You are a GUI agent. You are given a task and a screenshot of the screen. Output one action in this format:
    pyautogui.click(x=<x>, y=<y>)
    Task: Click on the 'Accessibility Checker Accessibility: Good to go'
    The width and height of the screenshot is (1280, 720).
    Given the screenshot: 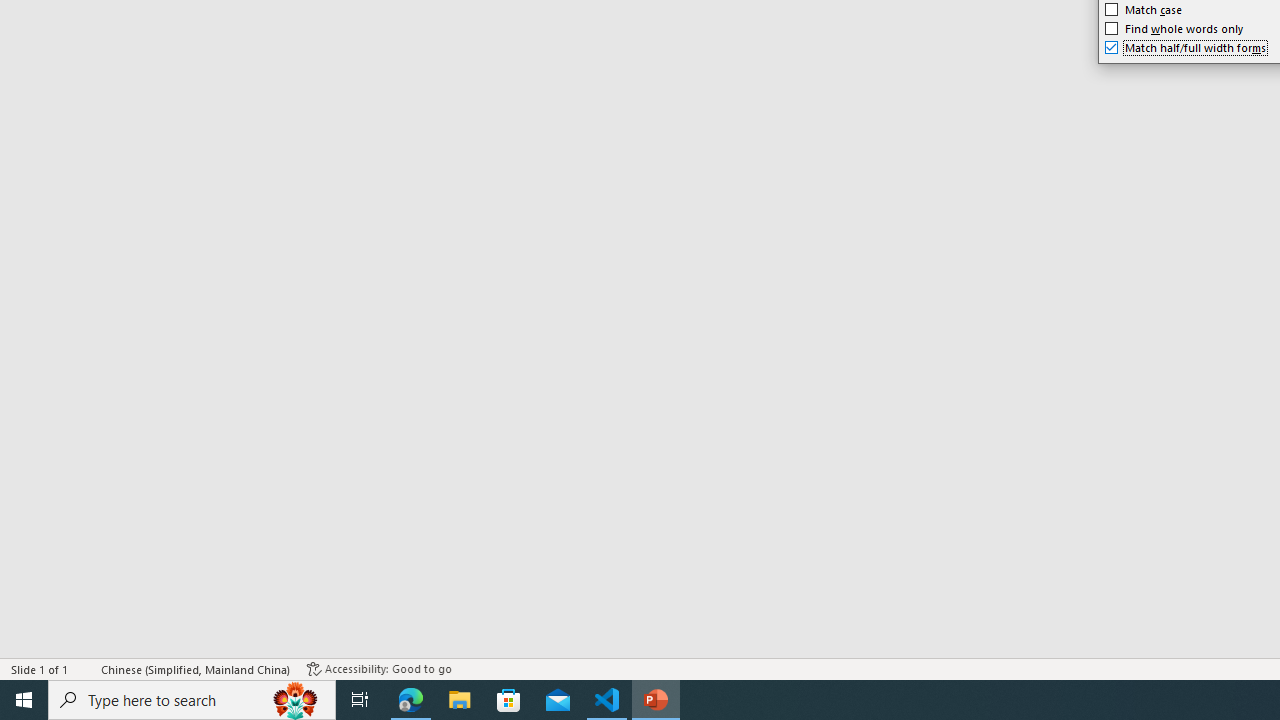 What is the action you would take?
    pyautogui.click(x=379, y=669)
    